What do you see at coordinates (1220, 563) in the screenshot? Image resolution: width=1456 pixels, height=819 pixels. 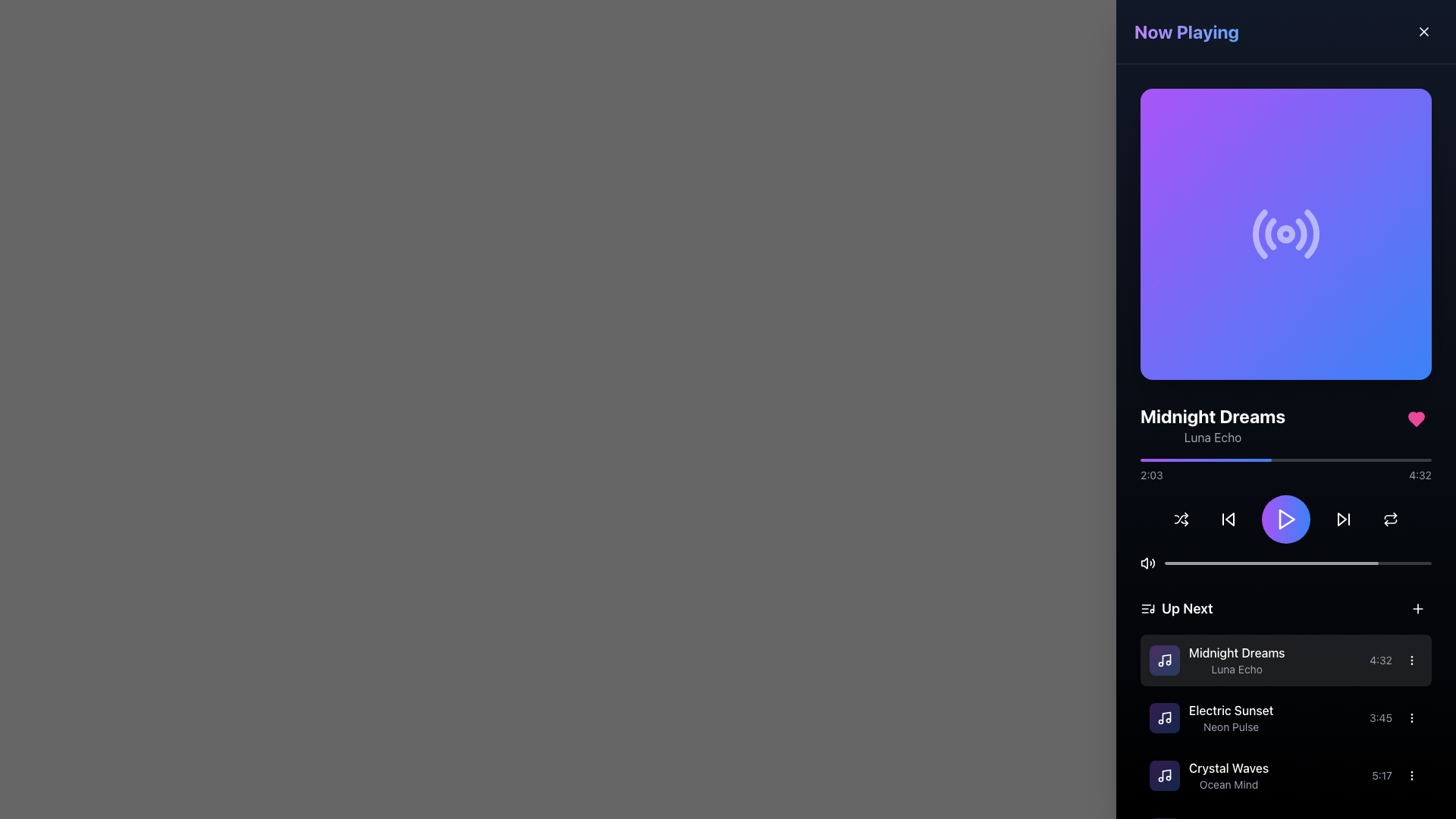 I see `playback position` at bounding box center [1220, 563].